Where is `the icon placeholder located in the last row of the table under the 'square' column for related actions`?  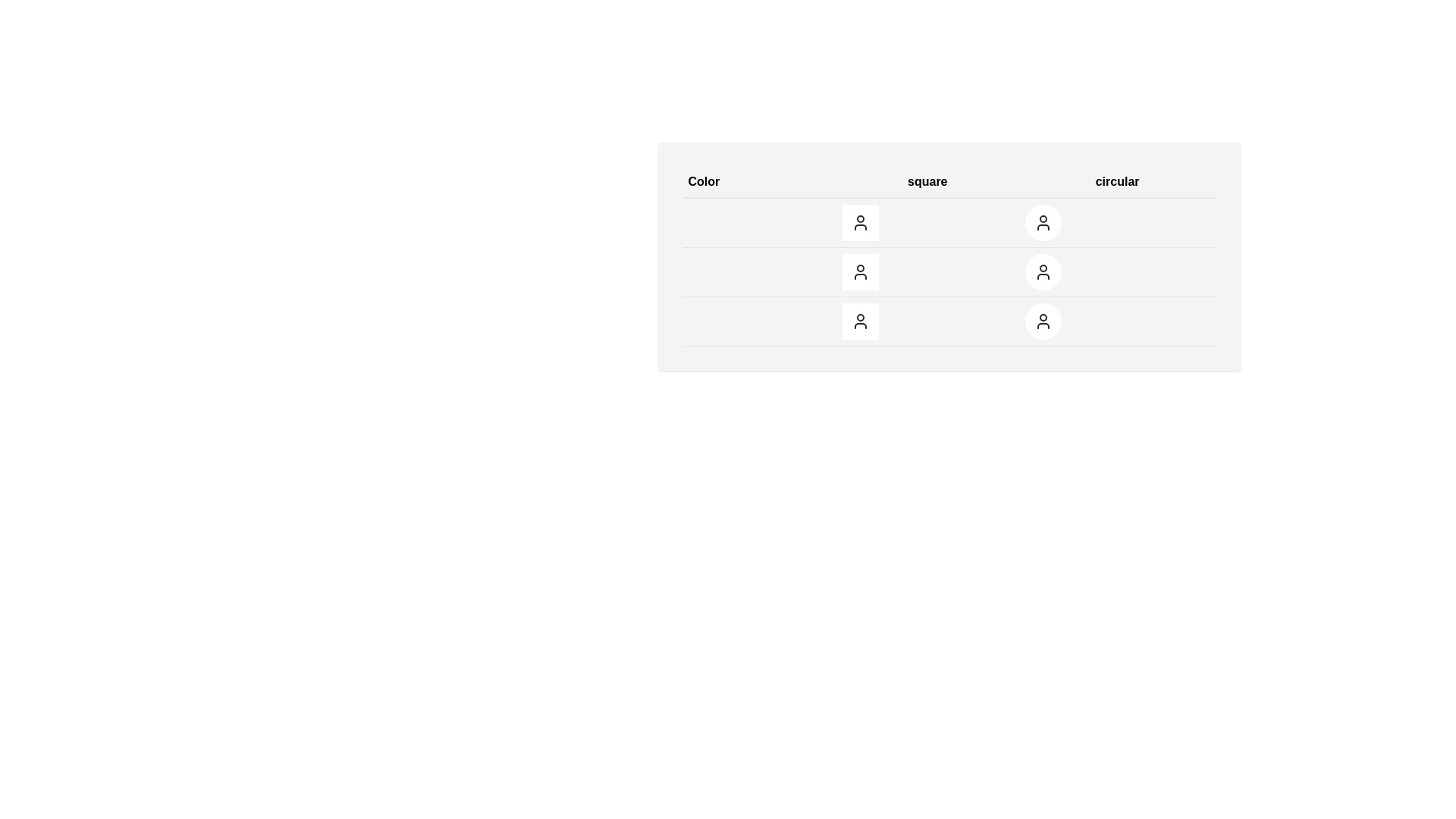 the icon placeholder located in the last row of the table under the 'square' column for related actions is located at coordinates (948, 321).